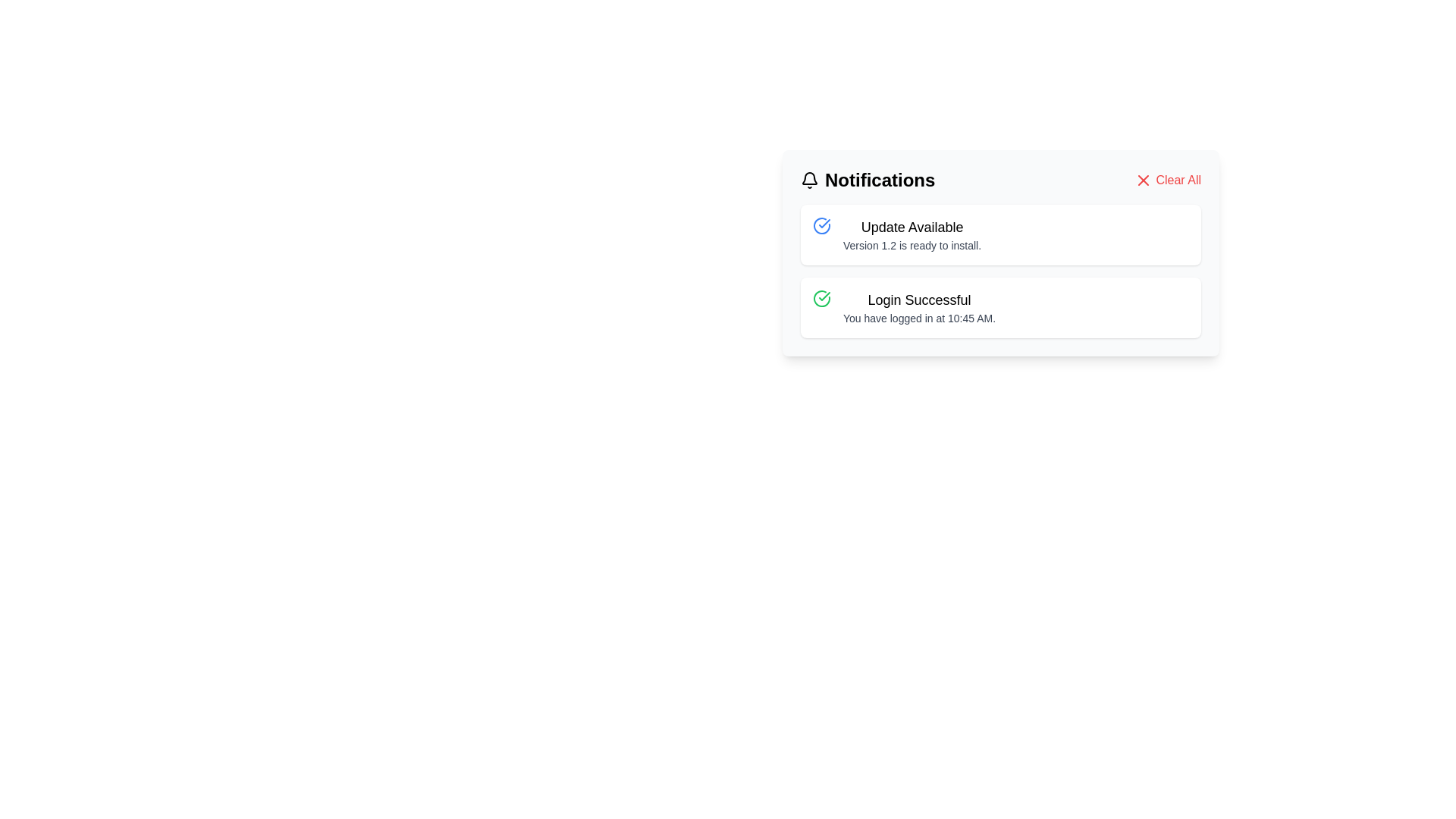 Image resolution: width=1456 pixels, height=819 pixels. Describe the element at coordinates (912, 245) in the screenshot. I see `the static text indicating the availability of a new version (1.2) of the software, which is located beneath the 'Update Available' text in the notification bubble` at that location.